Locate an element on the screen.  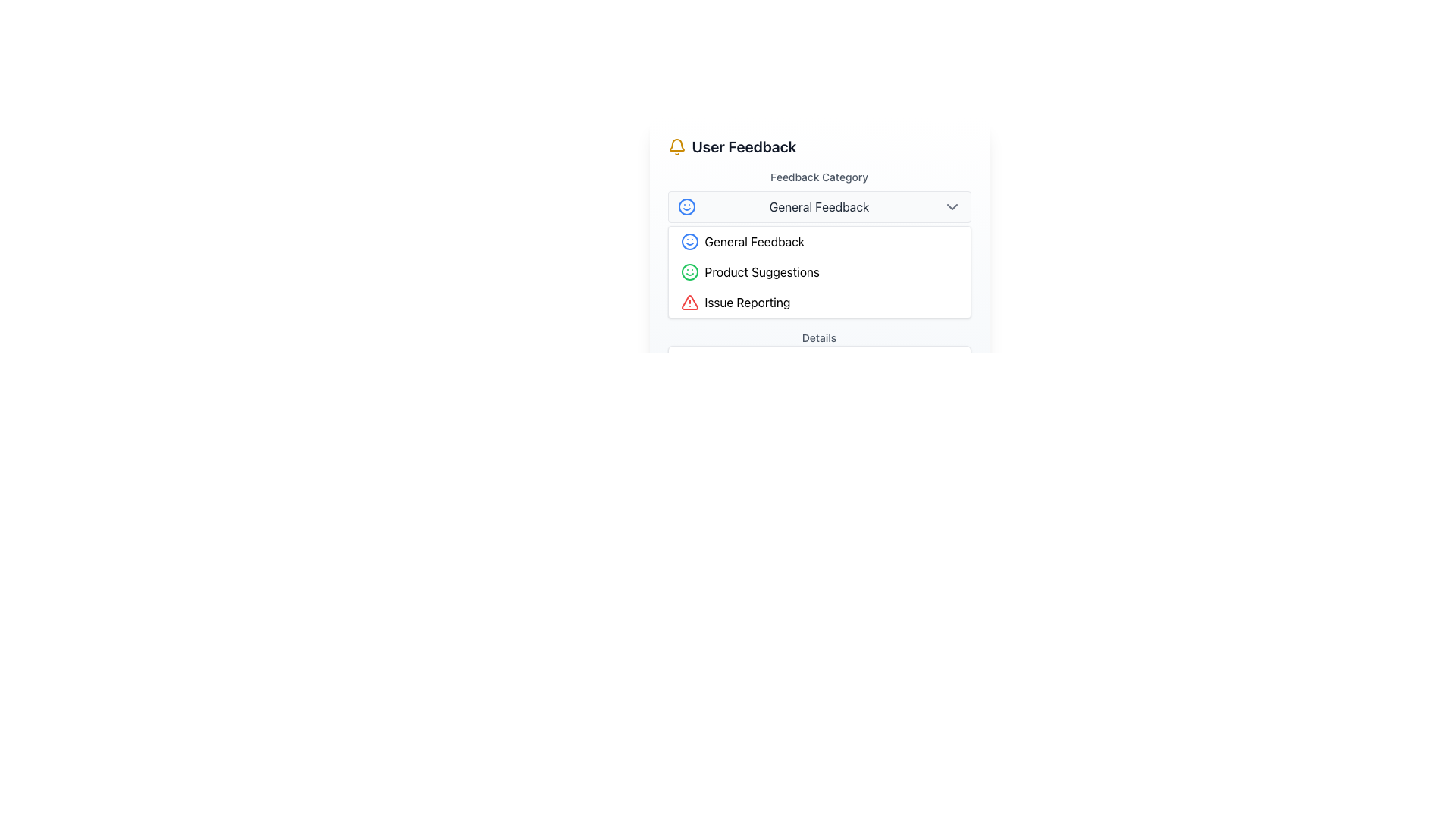
the 'Issue Reporting' option in the feedback category dropdown is located at coordinates (818, 302).